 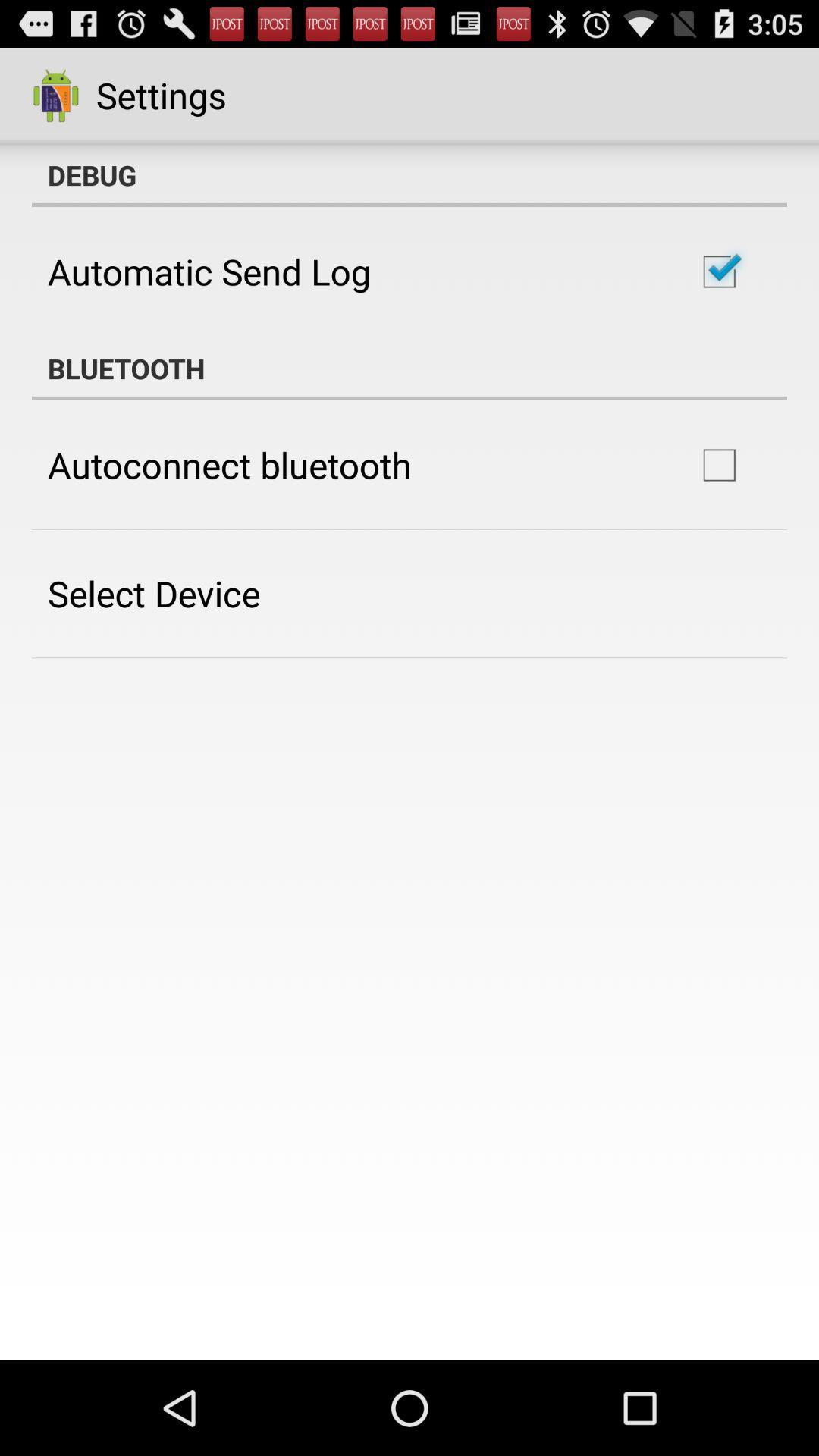 What do you see at coordinates (230, 464) in the screenshot?
I see `the autoconnect bluetooth item` at bounding box center [230, 464].